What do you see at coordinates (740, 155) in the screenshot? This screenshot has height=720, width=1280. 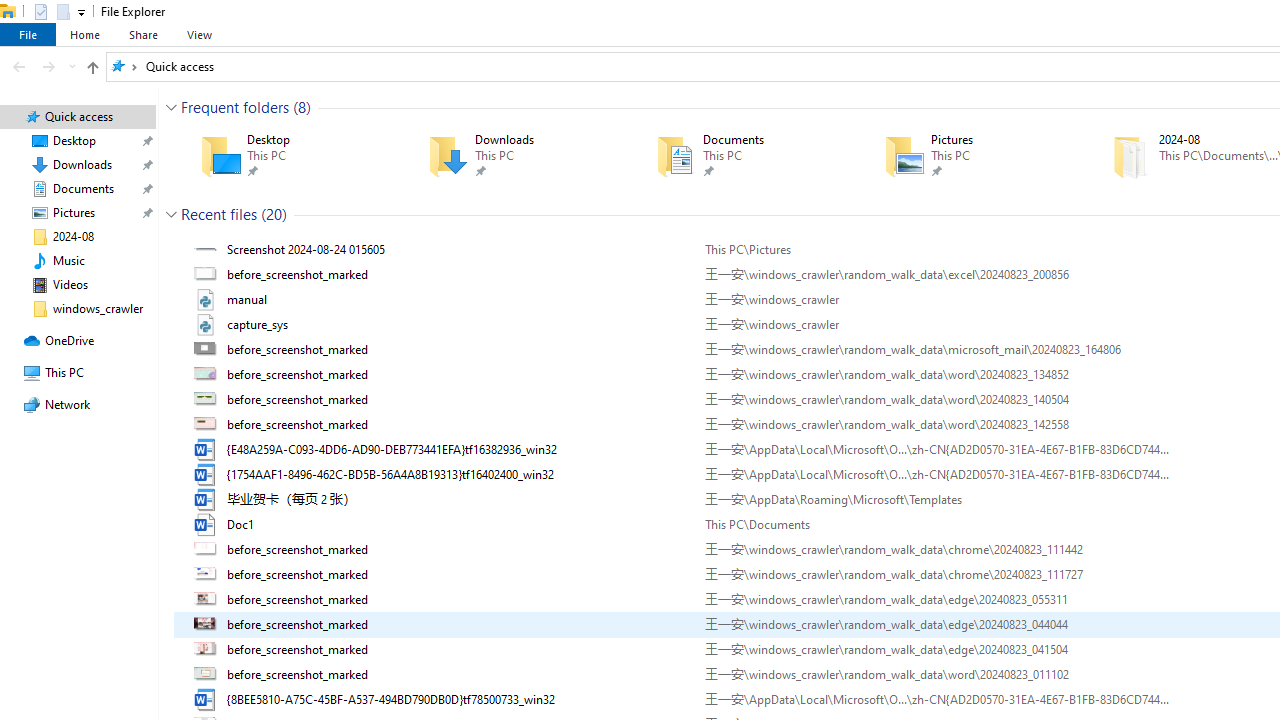 I see `'Documents'` at bounding box center [740, 155].